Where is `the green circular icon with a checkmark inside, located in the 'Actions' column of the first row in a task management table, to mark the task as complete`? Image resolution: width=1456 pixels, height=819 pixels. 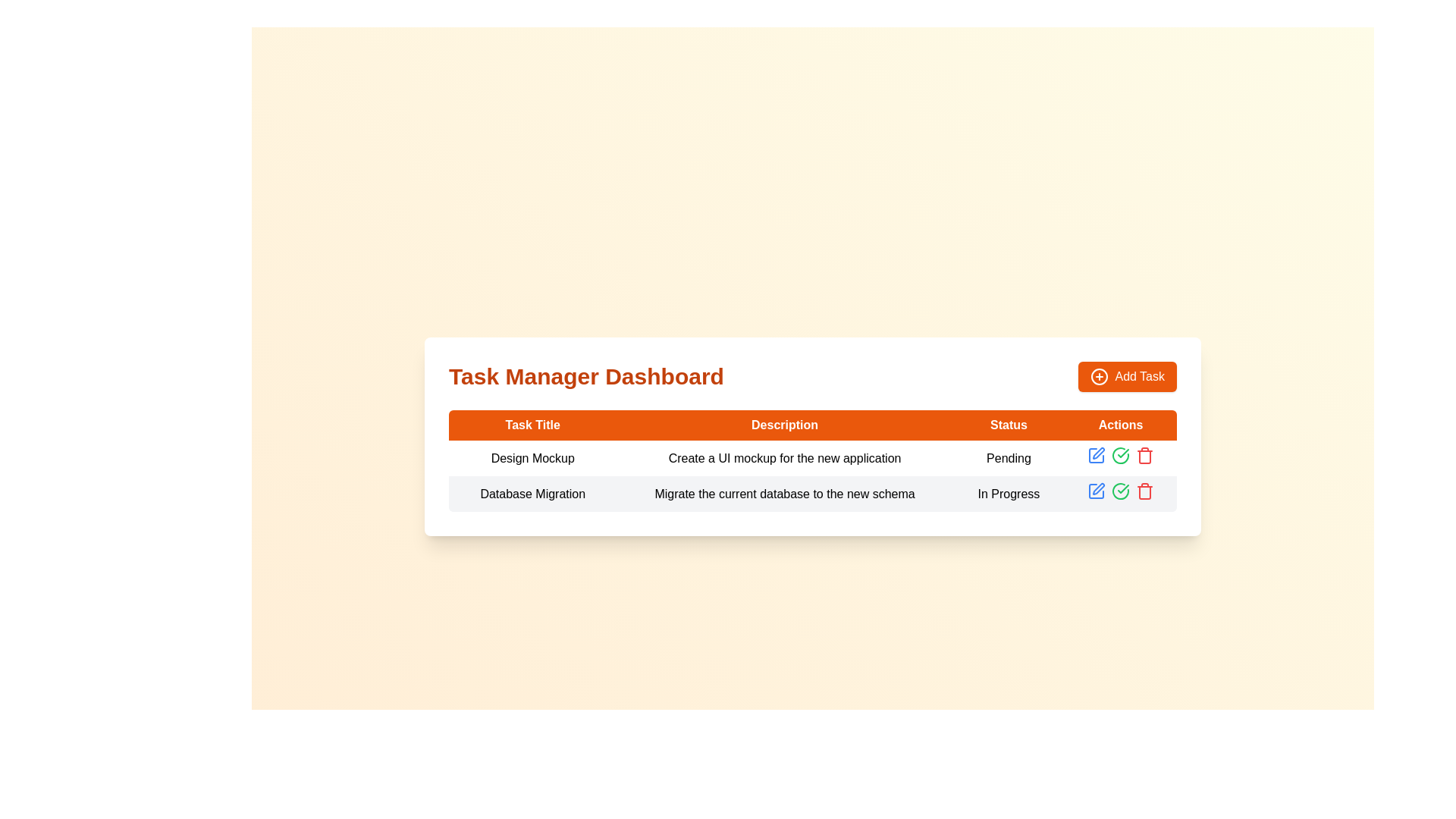
the green circular icon with a checkmark inside, located in the 'Actions' column of the first row in a task management table, to mark the task as complete is located at coordinates (1121, 457).